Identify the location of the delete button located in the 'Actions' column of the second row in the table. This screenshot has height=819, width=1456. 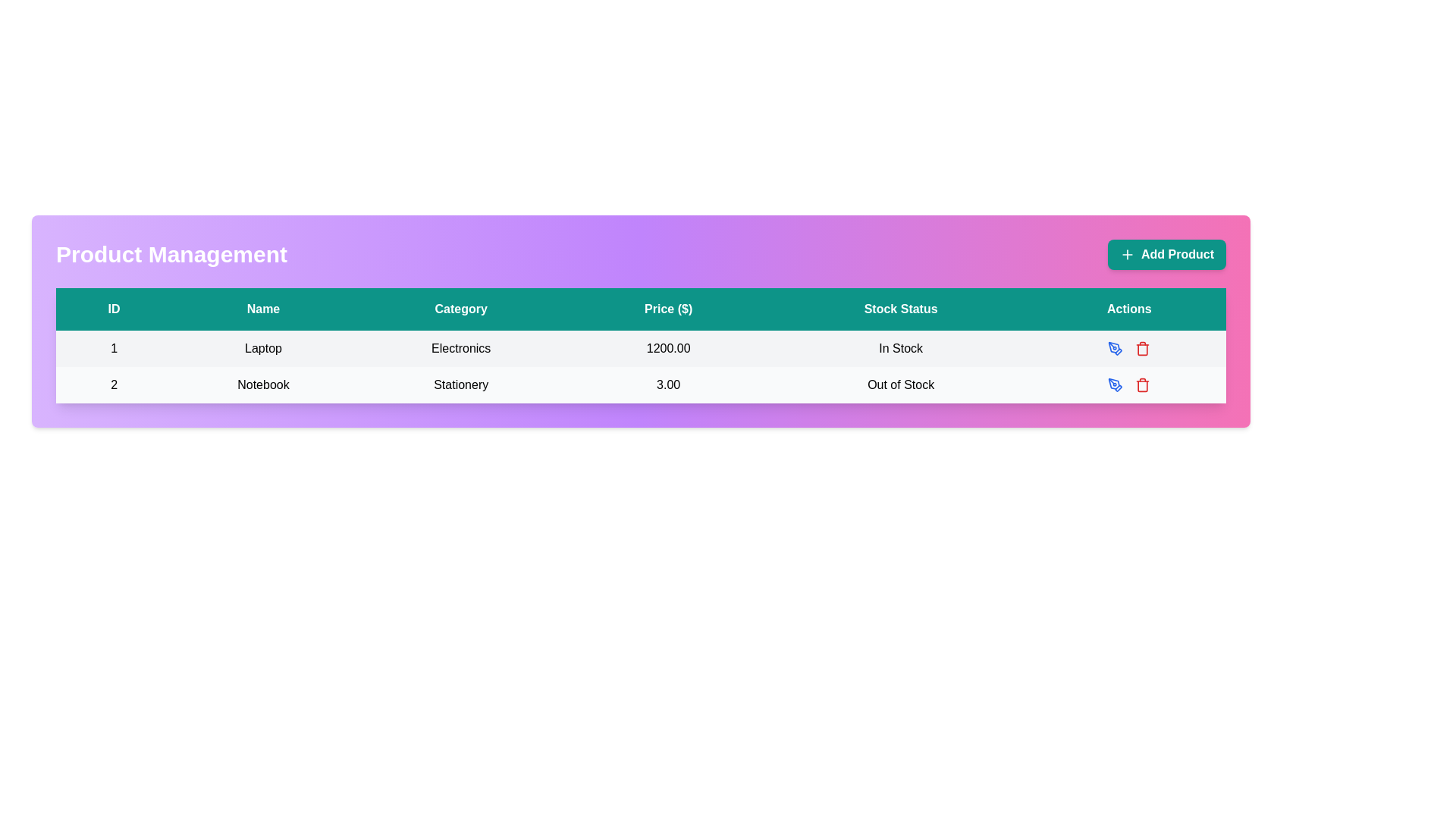
(1143, 348).